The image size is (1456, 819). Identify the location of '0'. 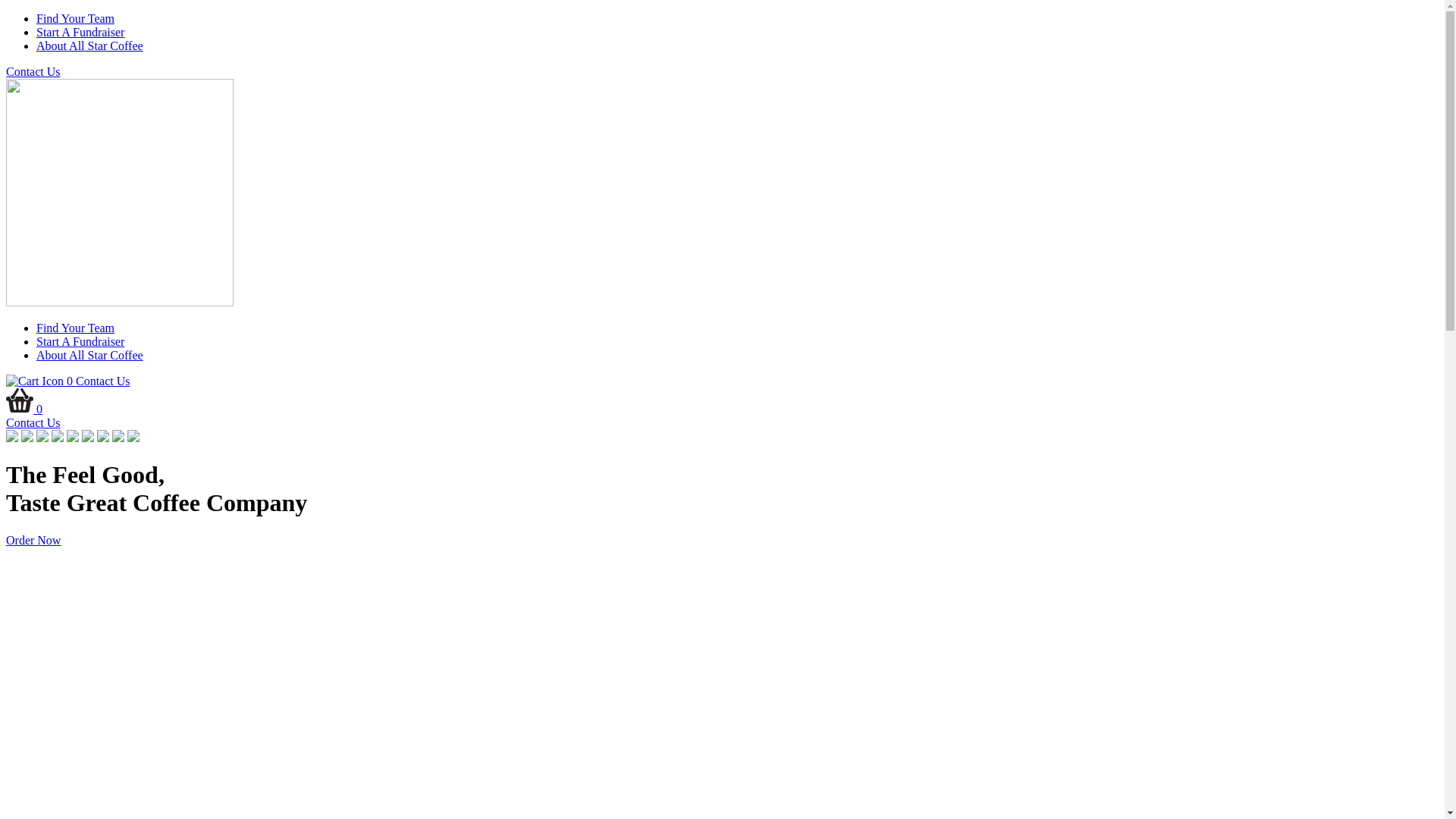
(6, 380).